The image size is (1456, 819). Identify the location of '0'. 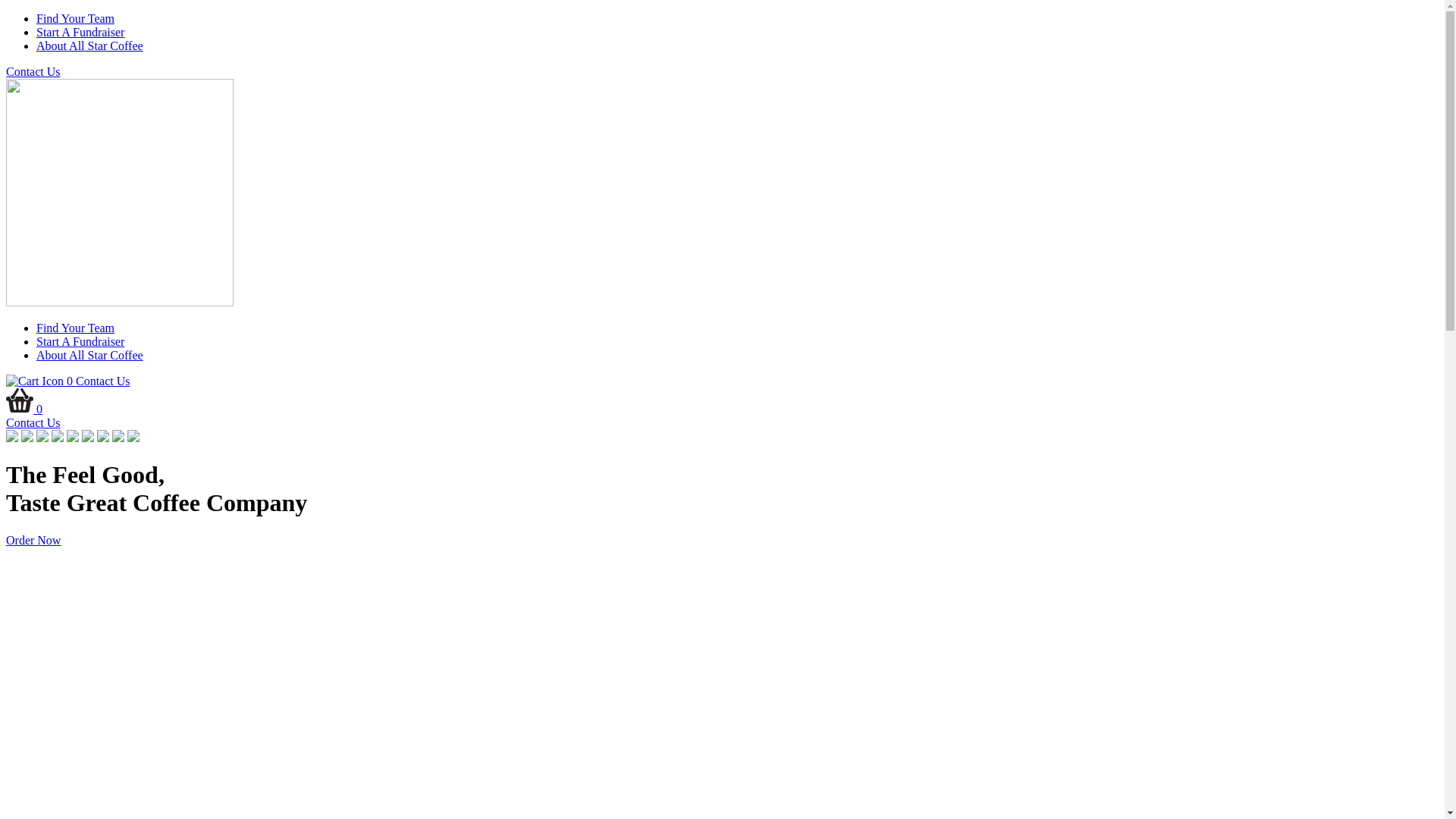
(6, 380).